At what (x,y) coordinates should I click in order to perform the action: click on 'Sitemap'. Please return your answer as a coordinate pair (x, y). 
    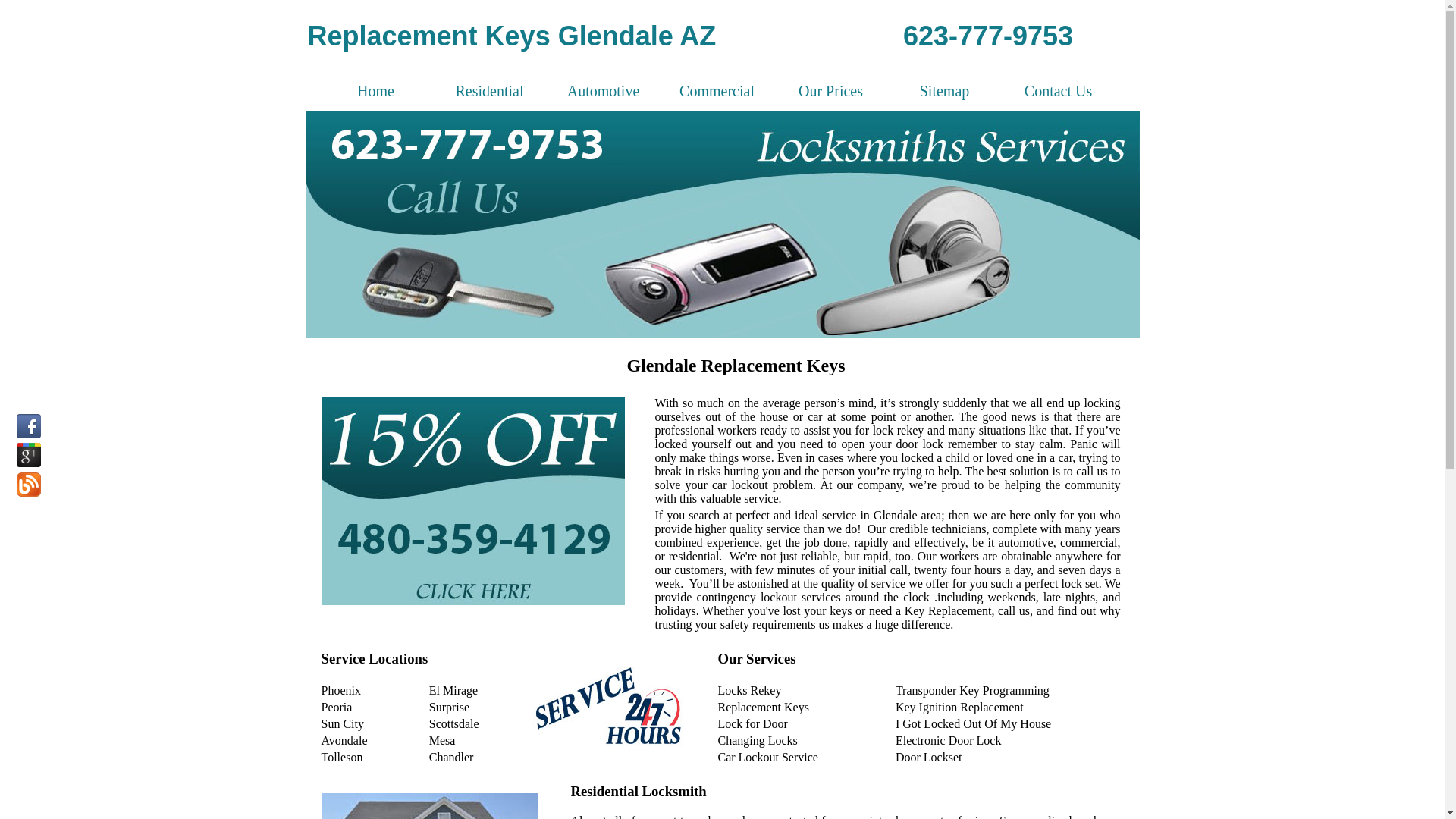
    Looking at the image, I should click on (944, 91).